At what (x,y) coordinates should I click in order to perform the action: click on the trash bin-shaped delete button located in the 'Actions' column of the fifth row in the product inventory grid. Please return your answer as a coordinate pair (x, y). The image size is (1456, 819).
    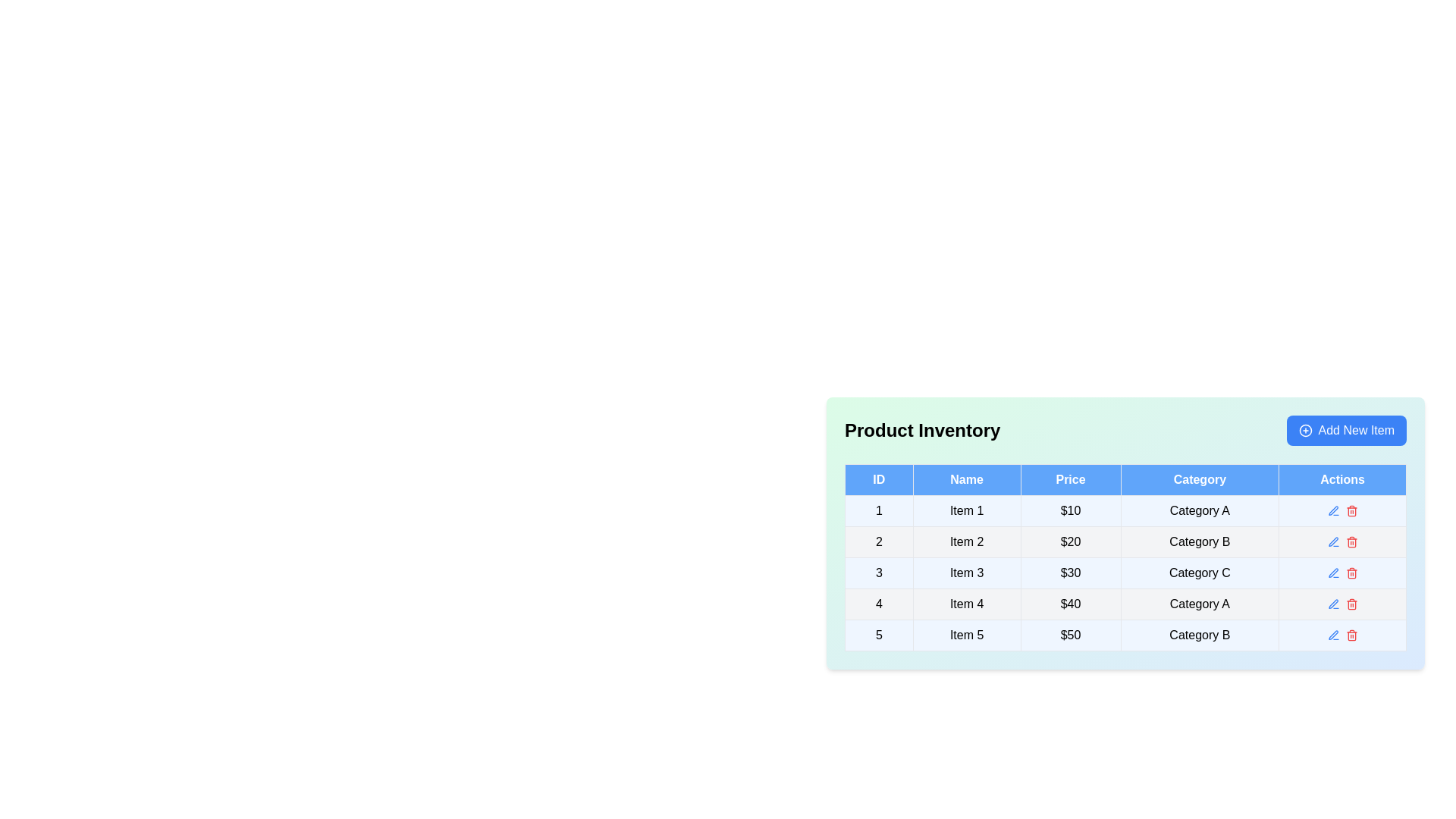
    Looking at the image, I should click on (1351, 636).